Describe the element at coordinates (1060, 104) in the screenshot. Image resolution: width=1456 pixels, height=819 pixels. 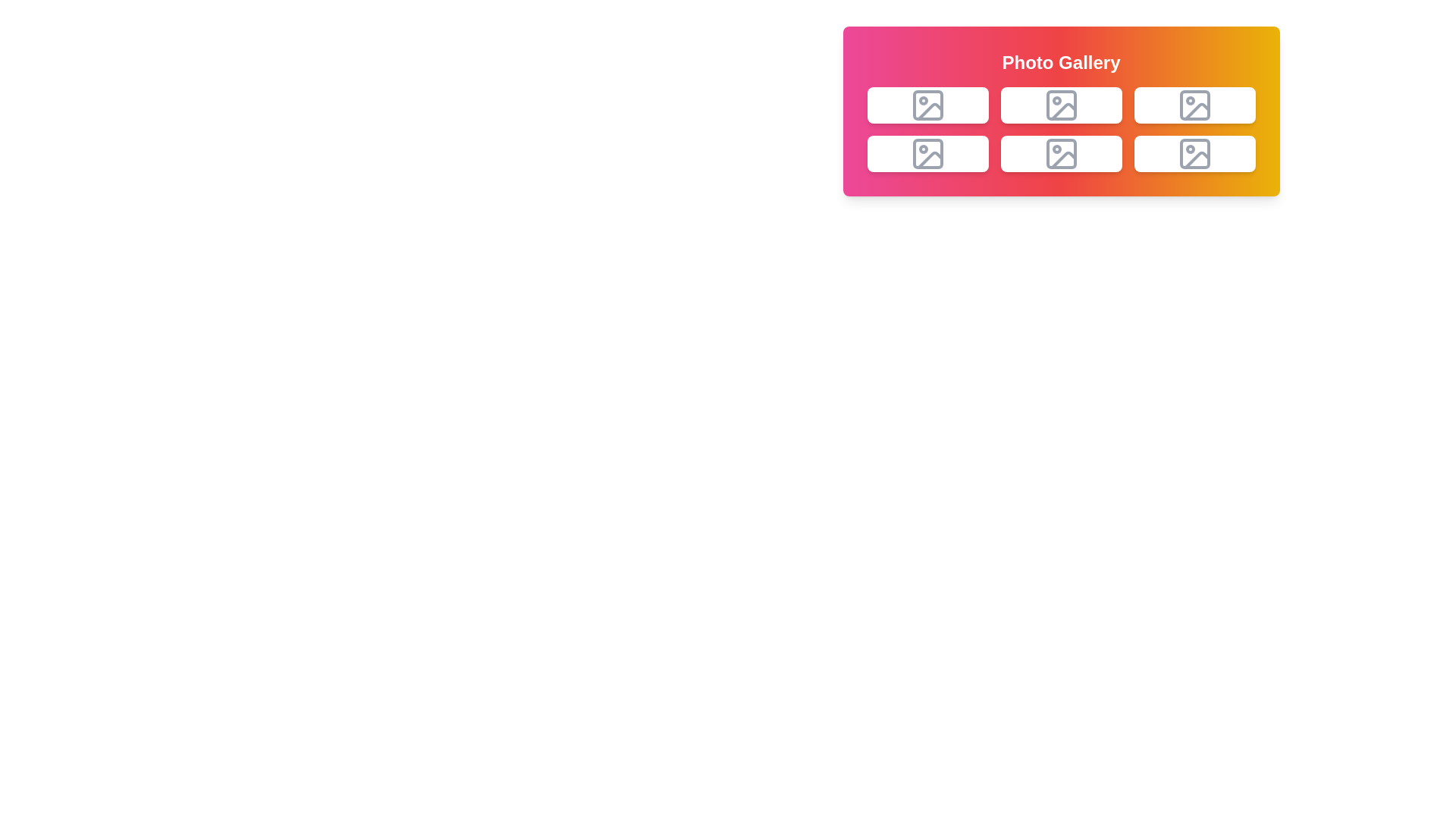
I see `the Image Placeholder Icon located in the first row, second column of the grid layout below the 'Photo Gallery' heading` at that location.